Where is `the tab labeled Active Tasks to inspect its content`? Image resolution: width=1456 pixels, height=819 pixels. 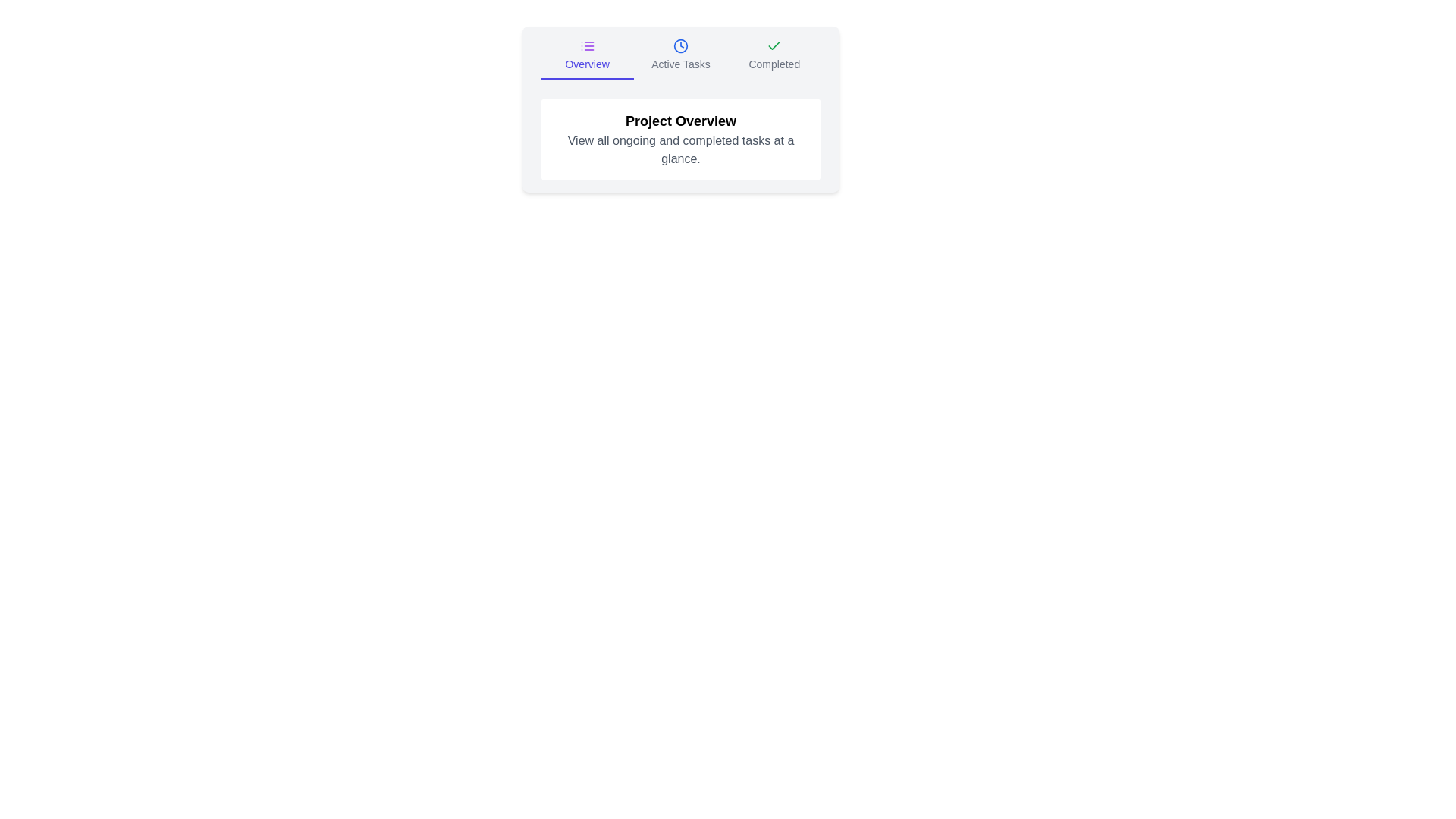 the tab labeled Active Tasks to inspect its content is located at coordinates (679, 58).